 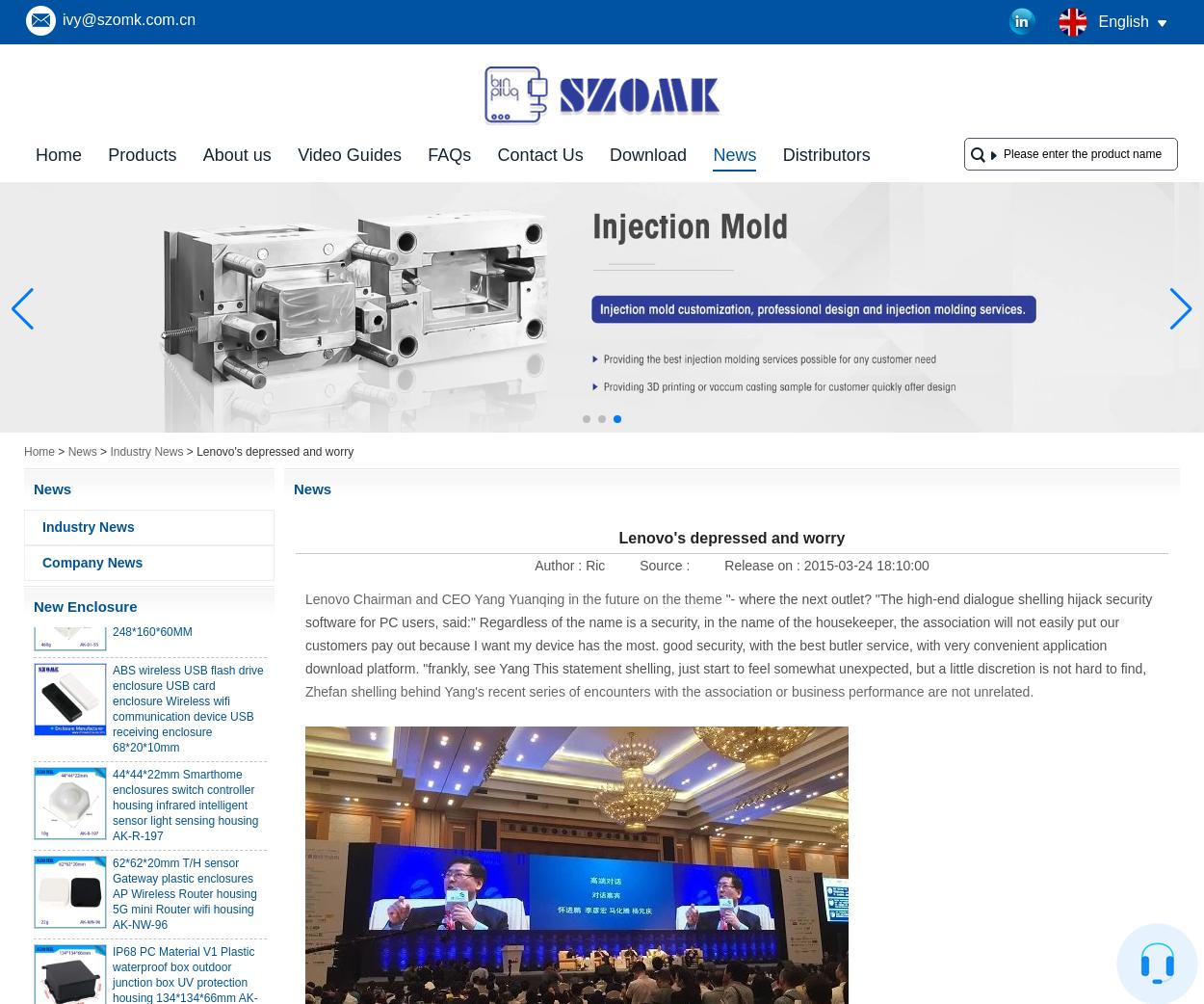 I want to click on 'New Enclosure', so click(x=84, y=606).